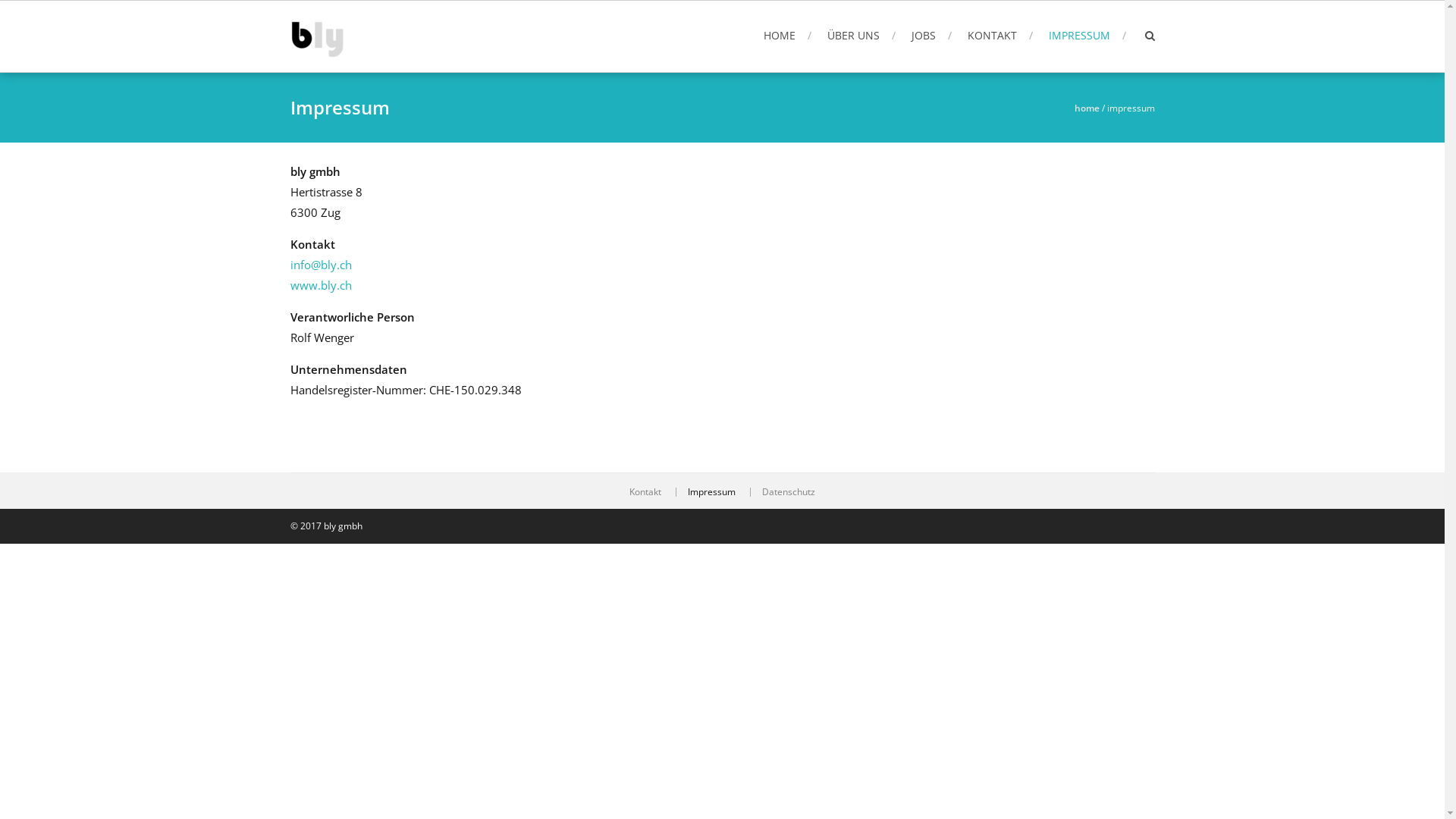  What do you see at coordinates (290, 284) in the screenshot?
I see `'www.bly.ch'` at bounding box center [290, 284].